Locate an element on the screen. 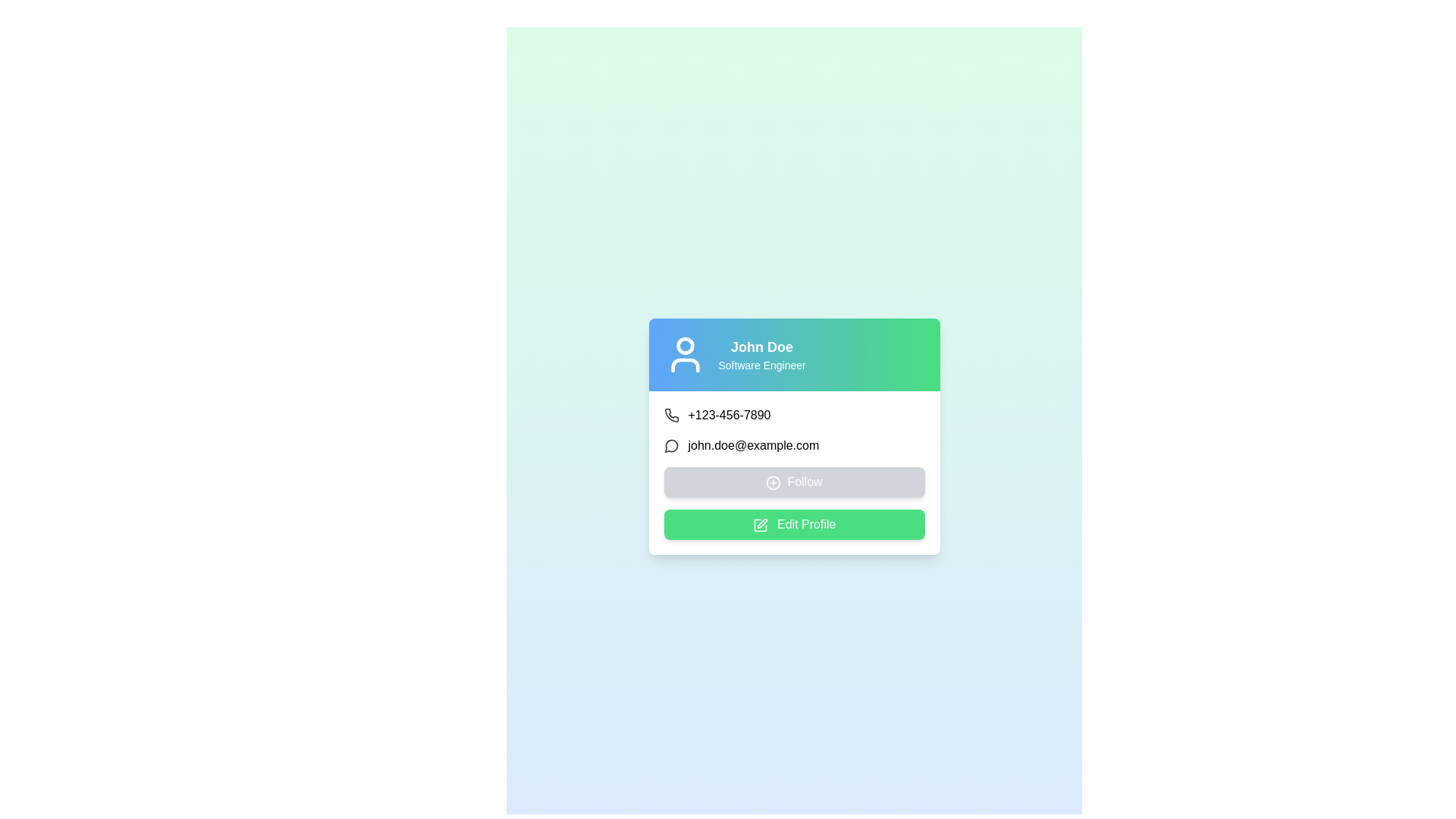  the text label providing the profession or title associated with 'John Doe', which is located below the name in the profile card header section is located at coordinates (762, 366).